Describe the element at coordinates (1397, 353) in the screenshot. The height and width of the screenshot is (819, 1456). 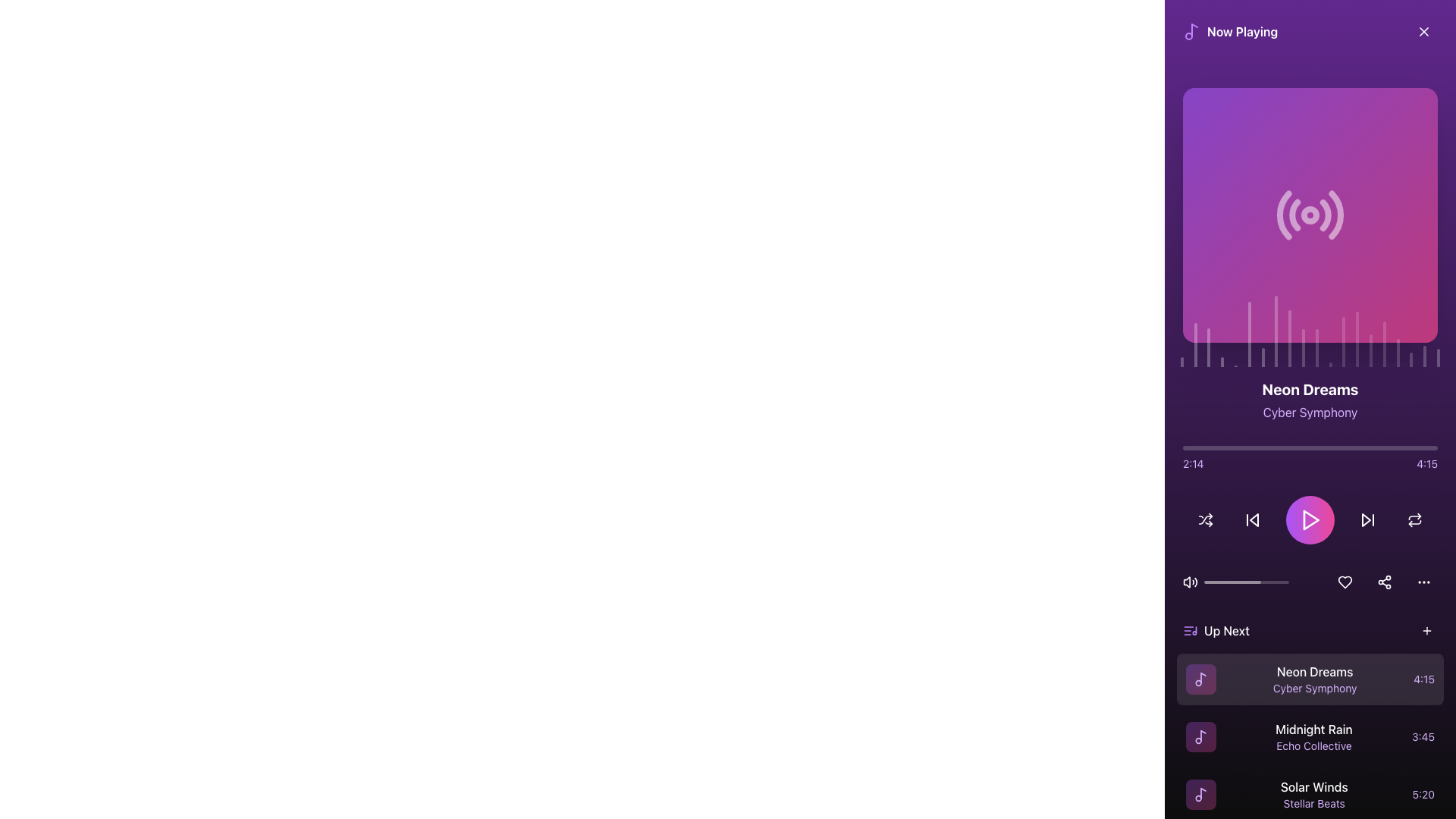
I see `the seventeenth vertical graphical bar, which represents data and is styled with slight transparency and a rounded top, located below the main visual area of the interface` at that location.